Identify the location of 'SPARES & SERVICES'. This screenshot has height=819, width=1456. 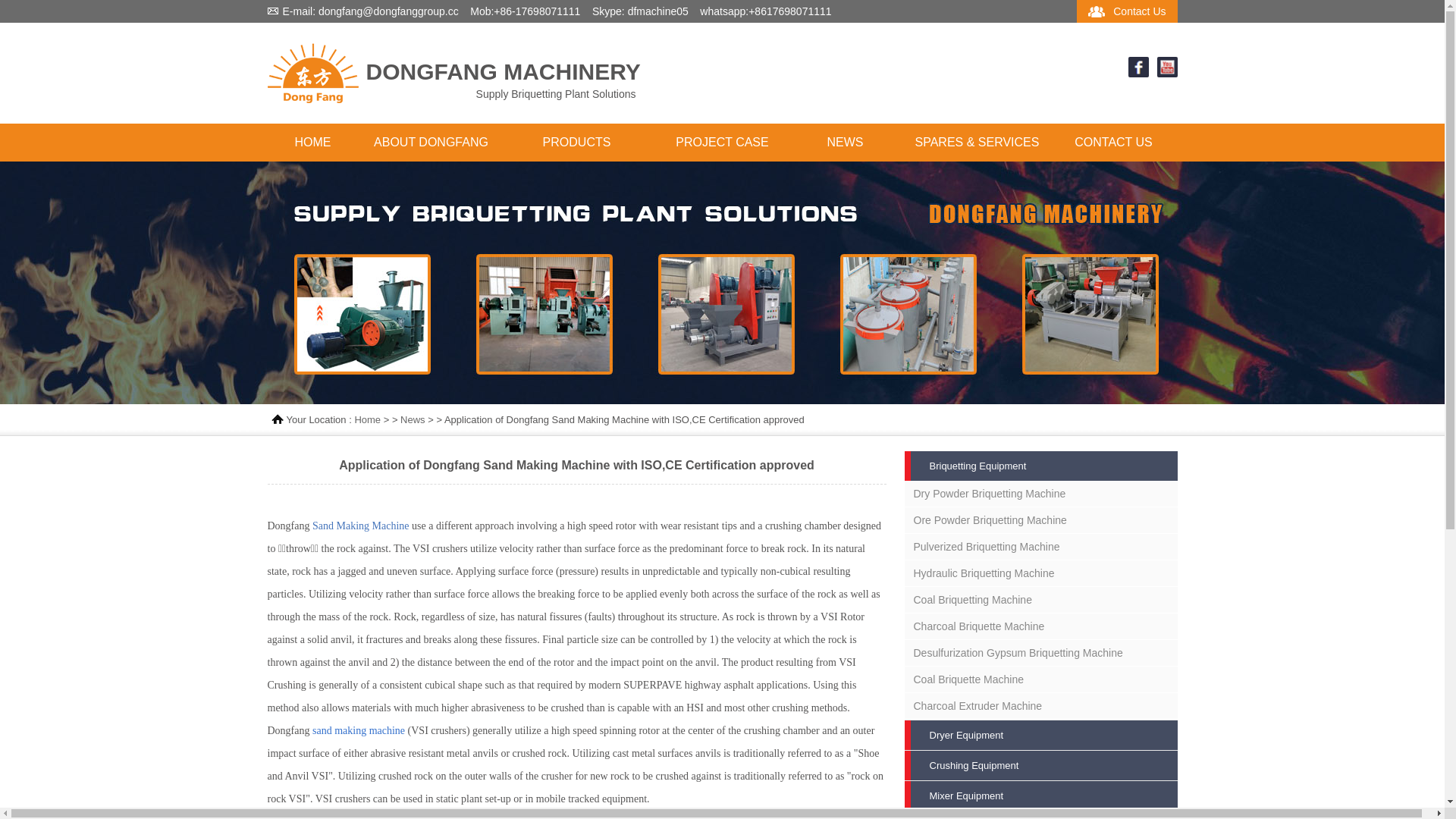
(976, 143).